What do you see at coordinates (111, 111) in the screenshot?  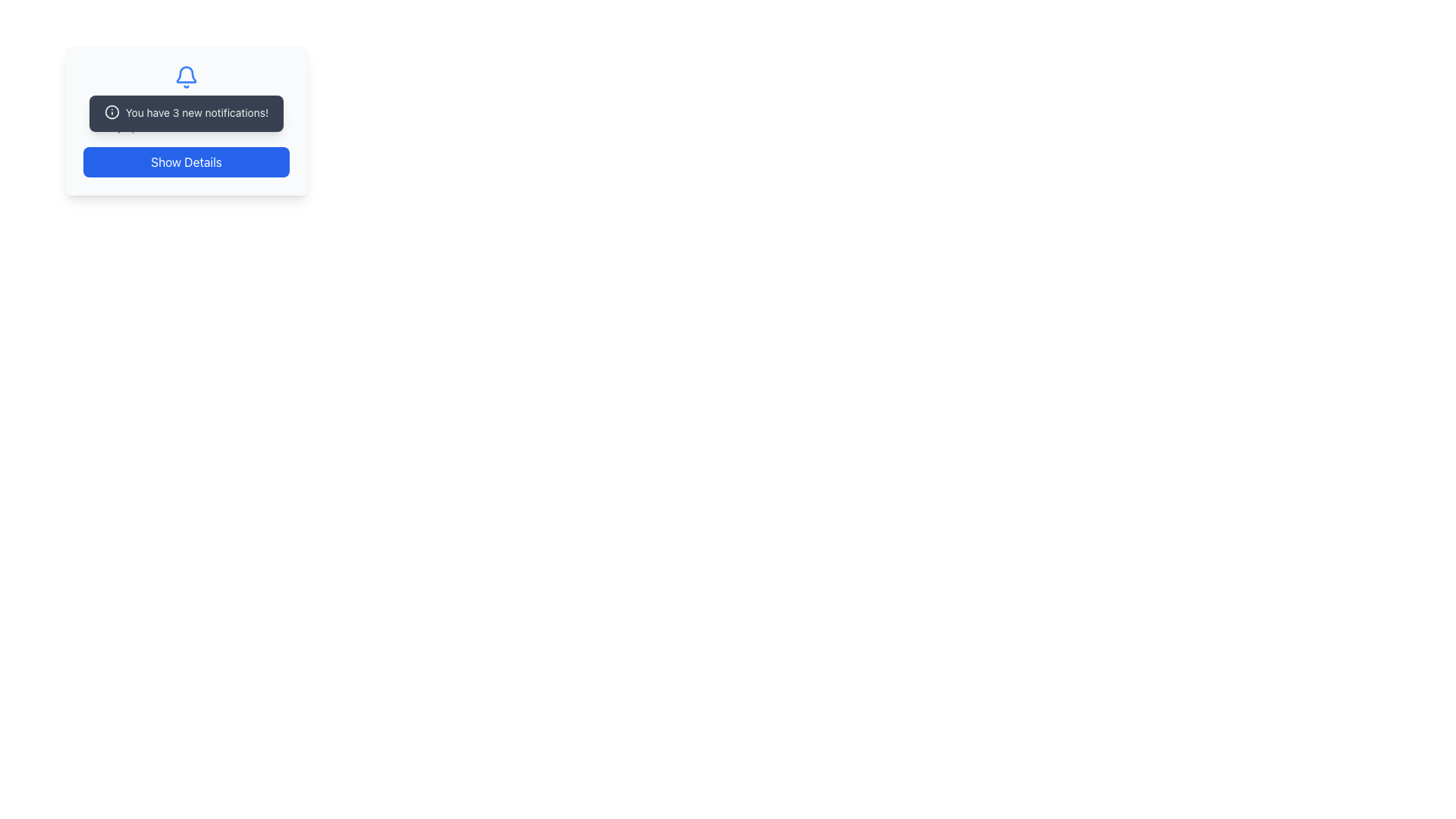 I see `the circular SVG icon located on the left side of the notification component that indicates 'You have 3 new notifications!'` at bounding box center [111, 111].